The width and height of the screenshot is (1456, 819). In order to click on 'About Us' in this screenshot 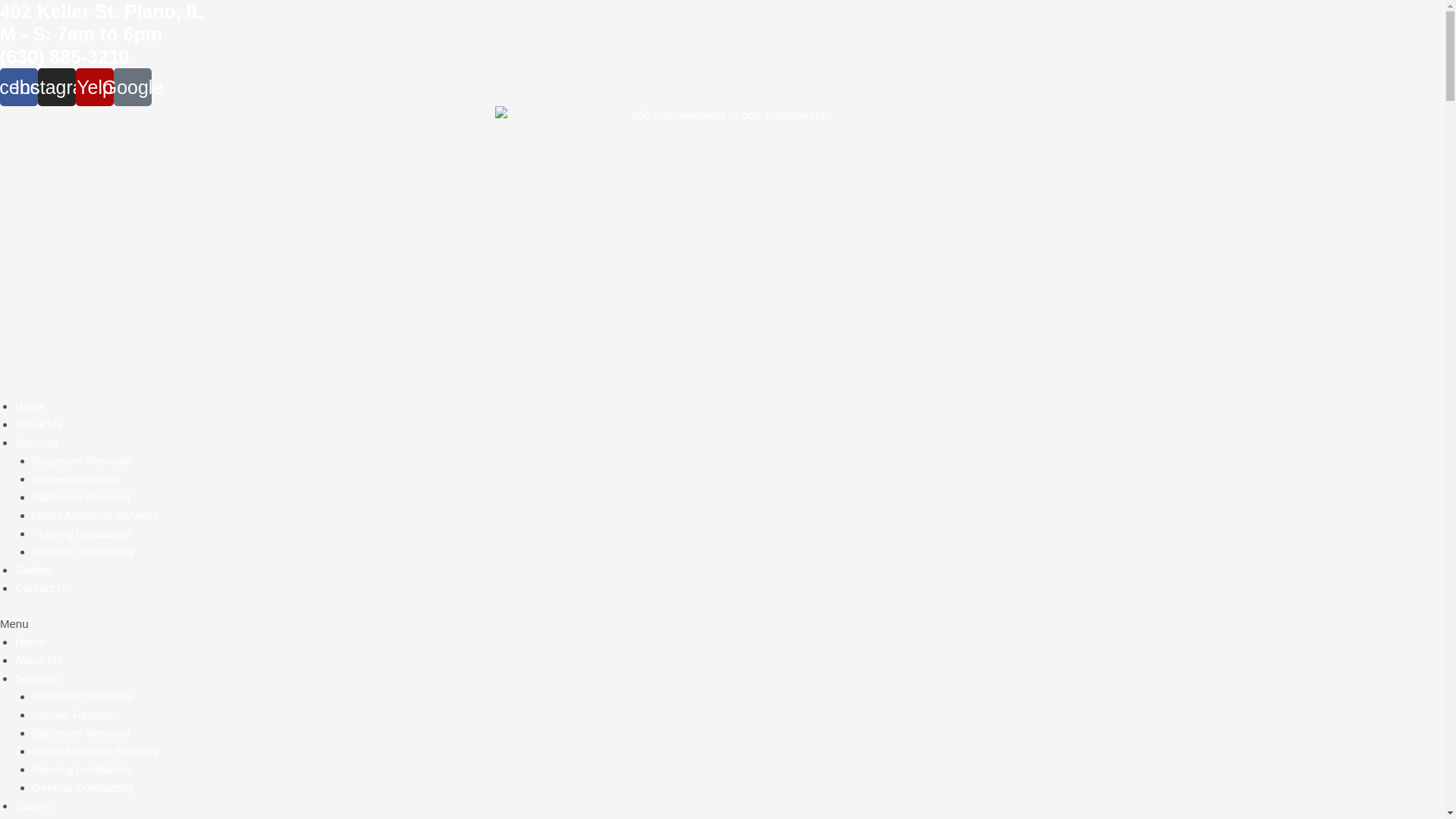, I will do `click(39, 424)`.